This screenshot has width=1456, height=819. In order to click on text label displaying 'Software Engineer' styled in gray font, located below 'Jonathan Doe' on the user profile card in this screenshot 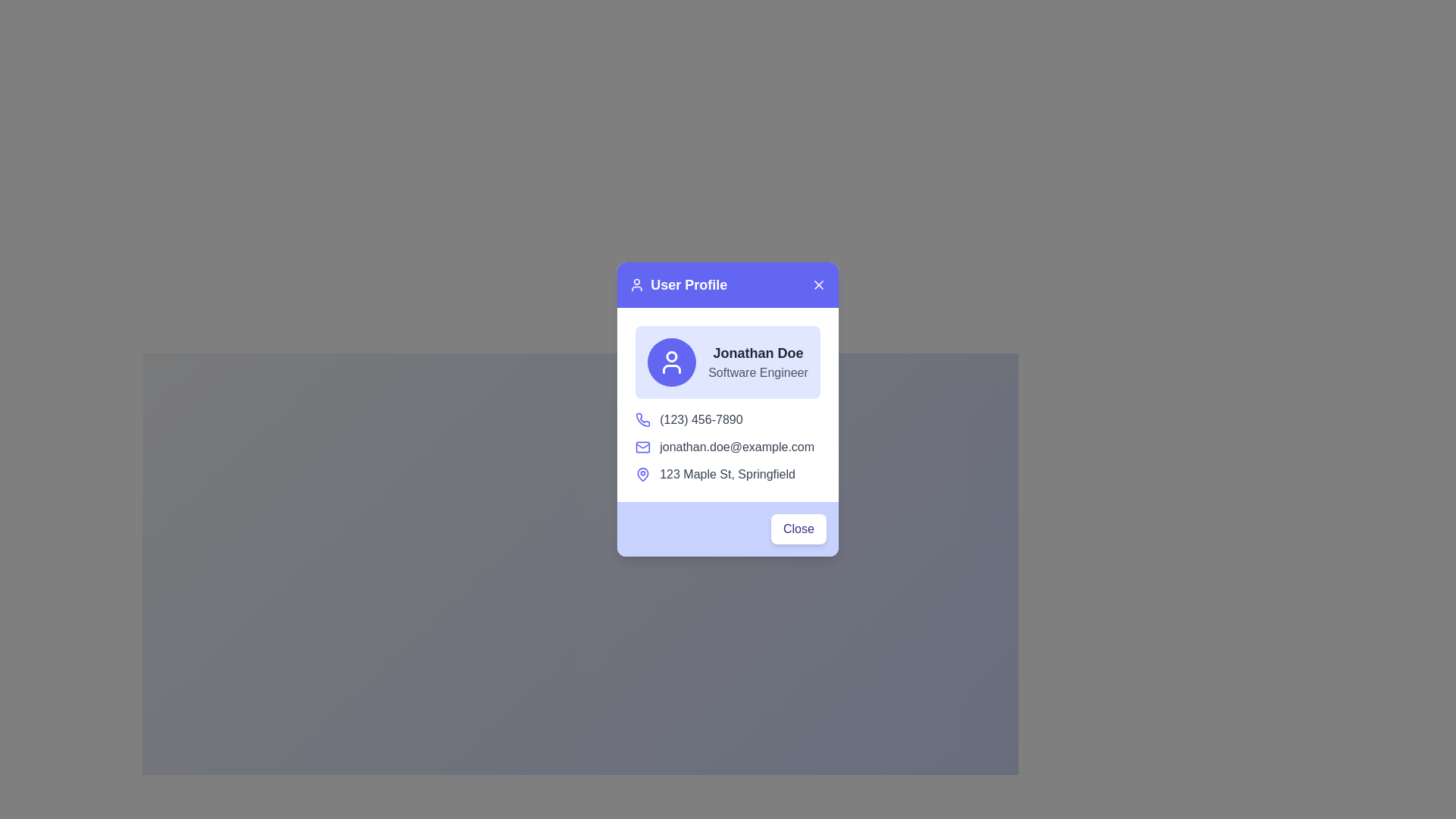, I will do `click(758, 373)`.